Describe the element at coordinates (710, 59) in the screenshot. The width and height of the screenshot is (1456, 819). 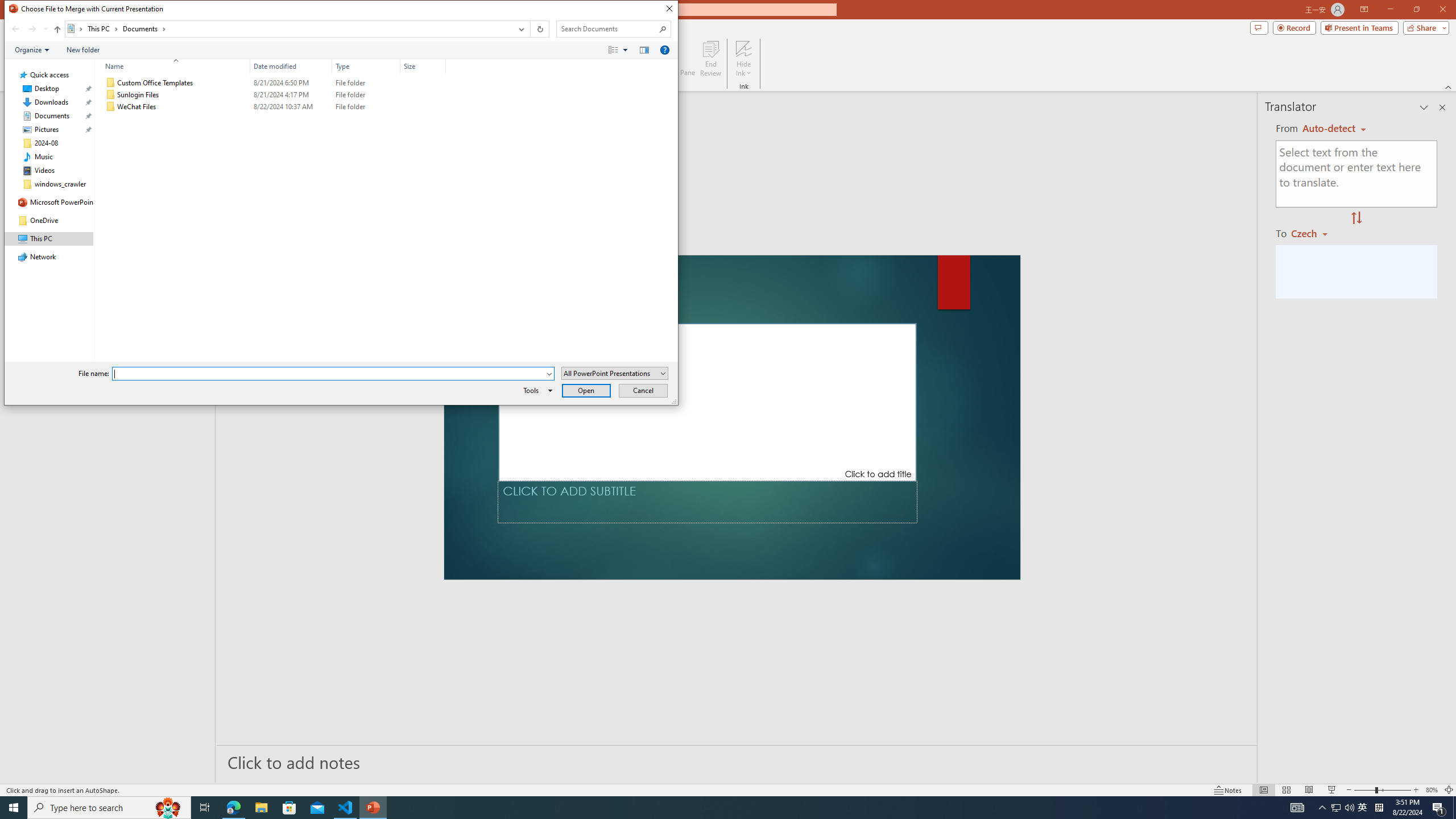
I see `'End Review'` at that location.